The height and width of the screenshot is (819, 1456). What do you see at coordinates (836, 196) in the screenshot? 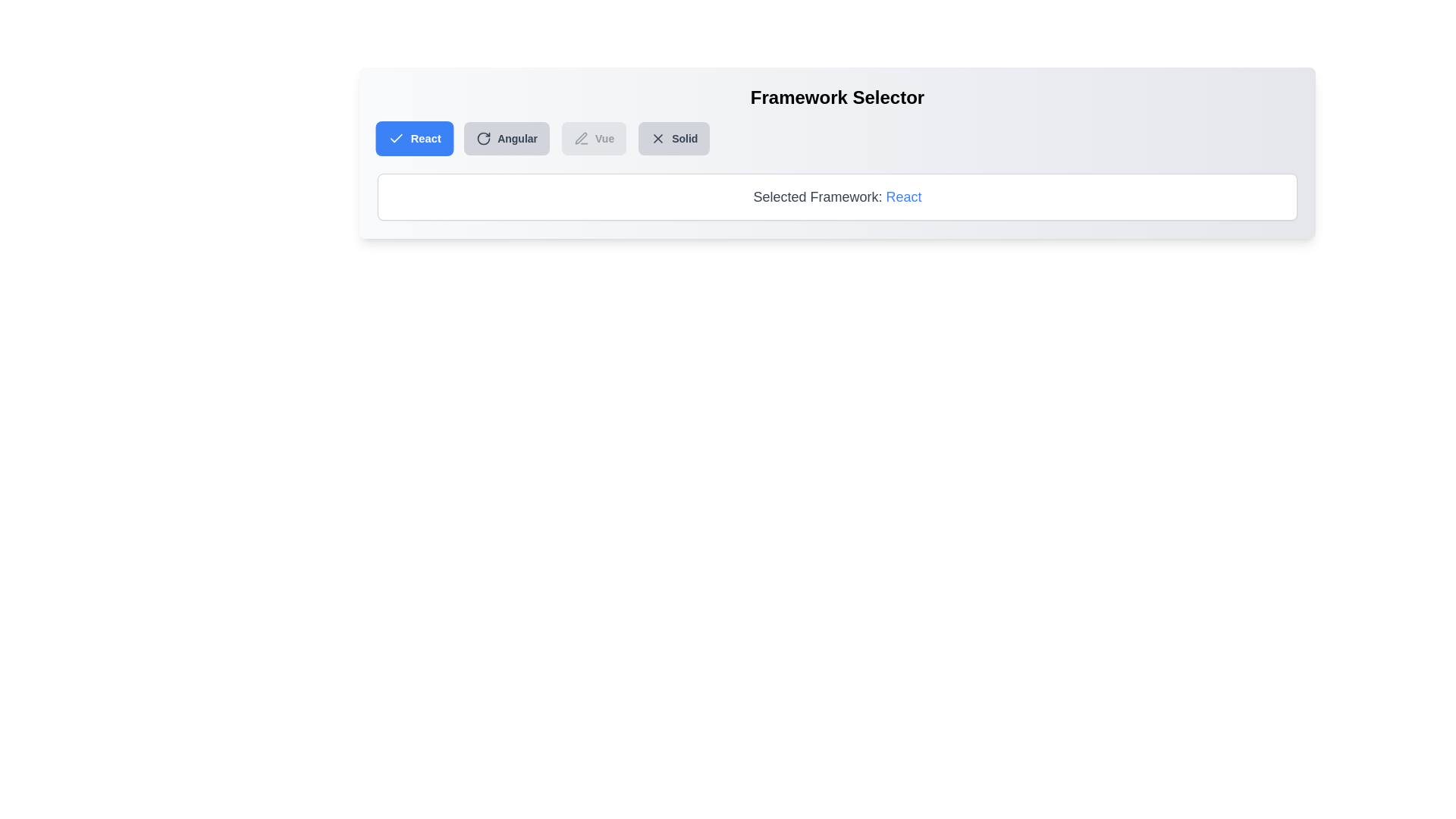
I see `the text display box that shows 'Selected Framework: React' with a blue 'React' text, located below the 'Framework Selector' title` at bounding box center [836, 196].